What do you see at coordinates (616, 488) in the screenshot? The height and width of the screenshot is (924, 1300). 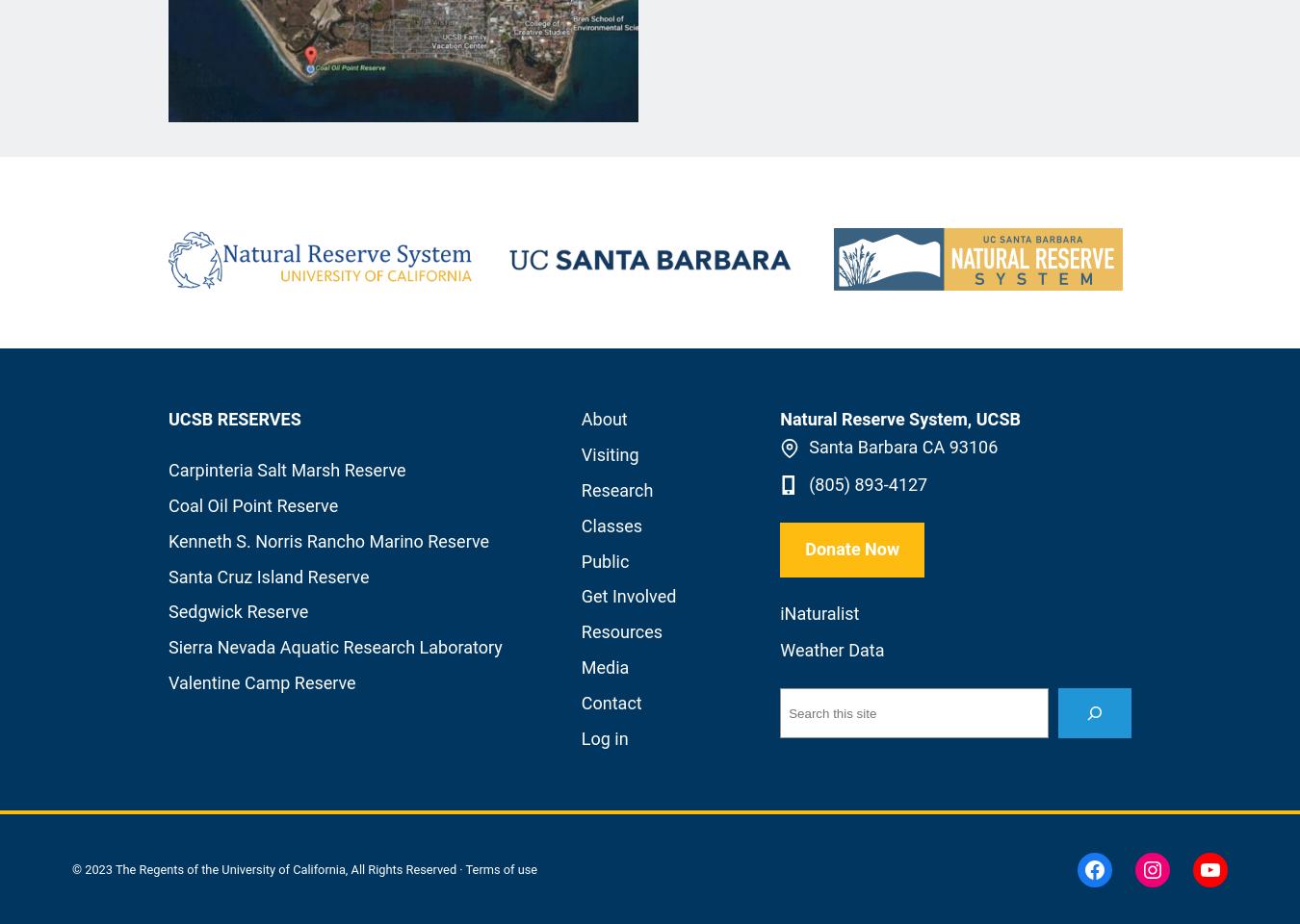 I see `'Research'` at bounding box center [616, 488].